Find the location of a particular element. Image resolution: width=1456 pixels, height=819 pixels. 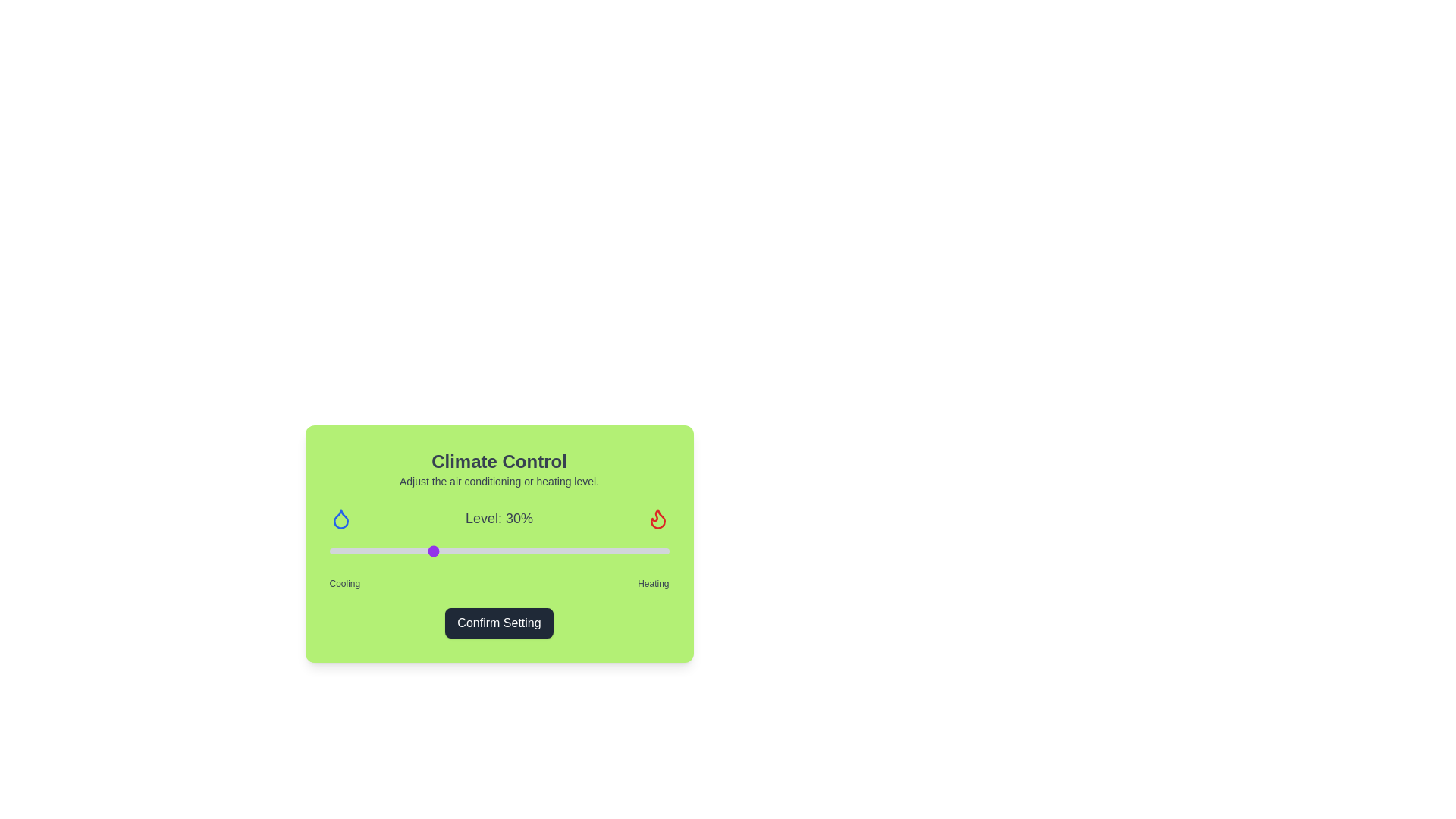

the slider to set the level to 92% is located at coordinates (642, 551).